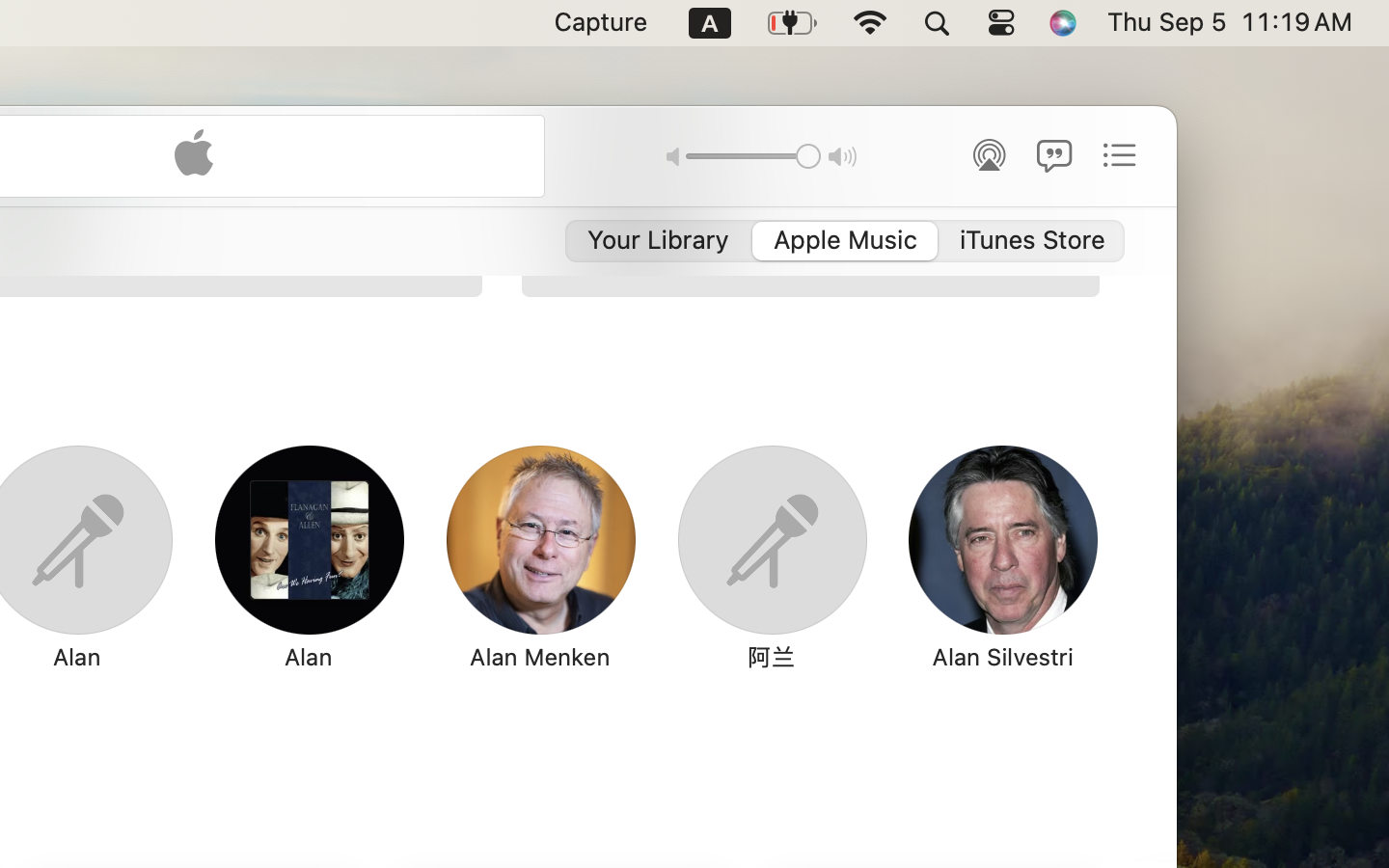 The width and height of the screenshot is (1389, 868). Describe the element at coordinates (751, 155) in the screenshot. I see `'1.0'` at that location.